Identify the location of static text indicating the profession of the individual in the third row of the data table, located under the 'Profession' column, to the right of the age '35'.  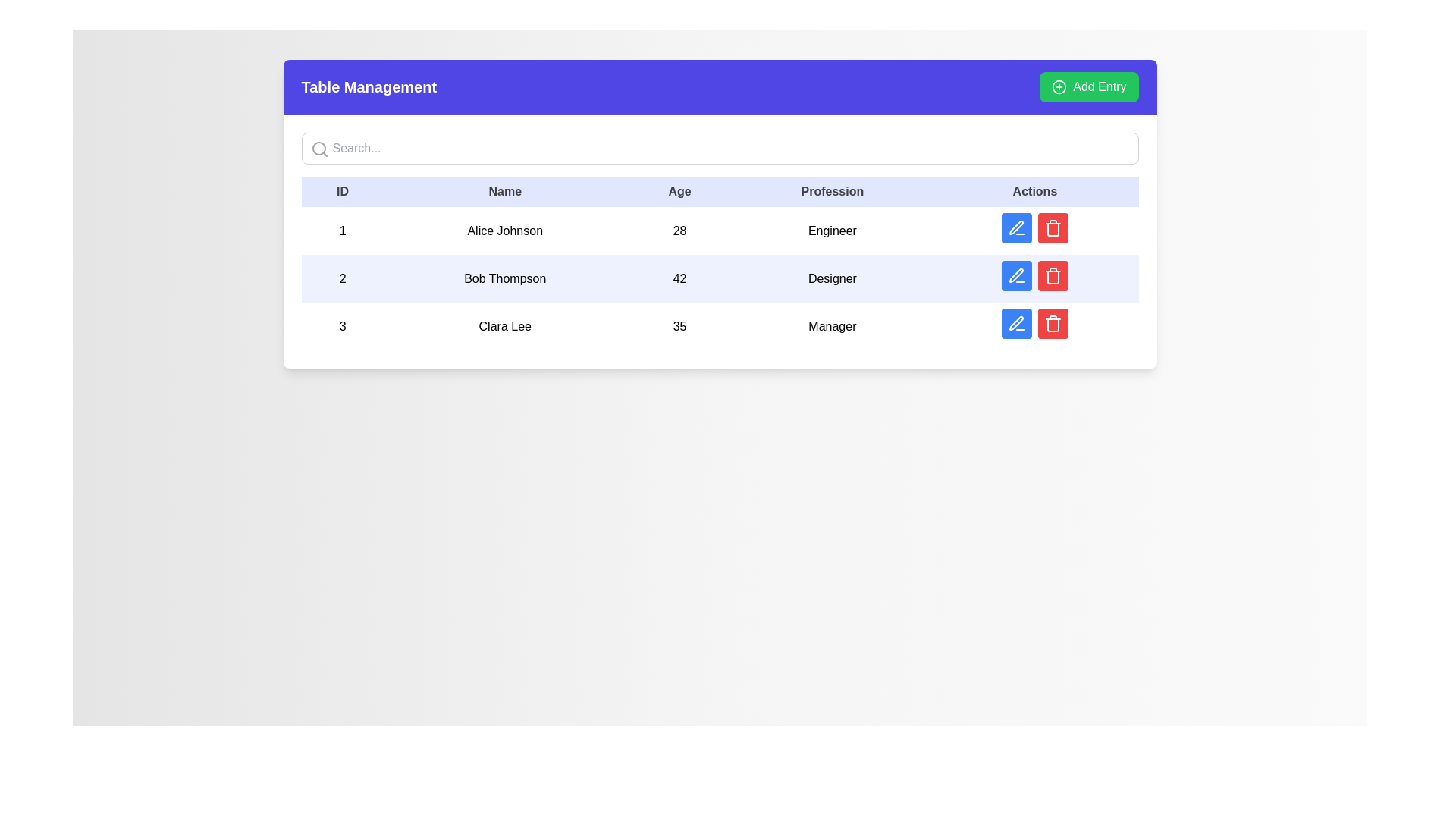
(831, 325).